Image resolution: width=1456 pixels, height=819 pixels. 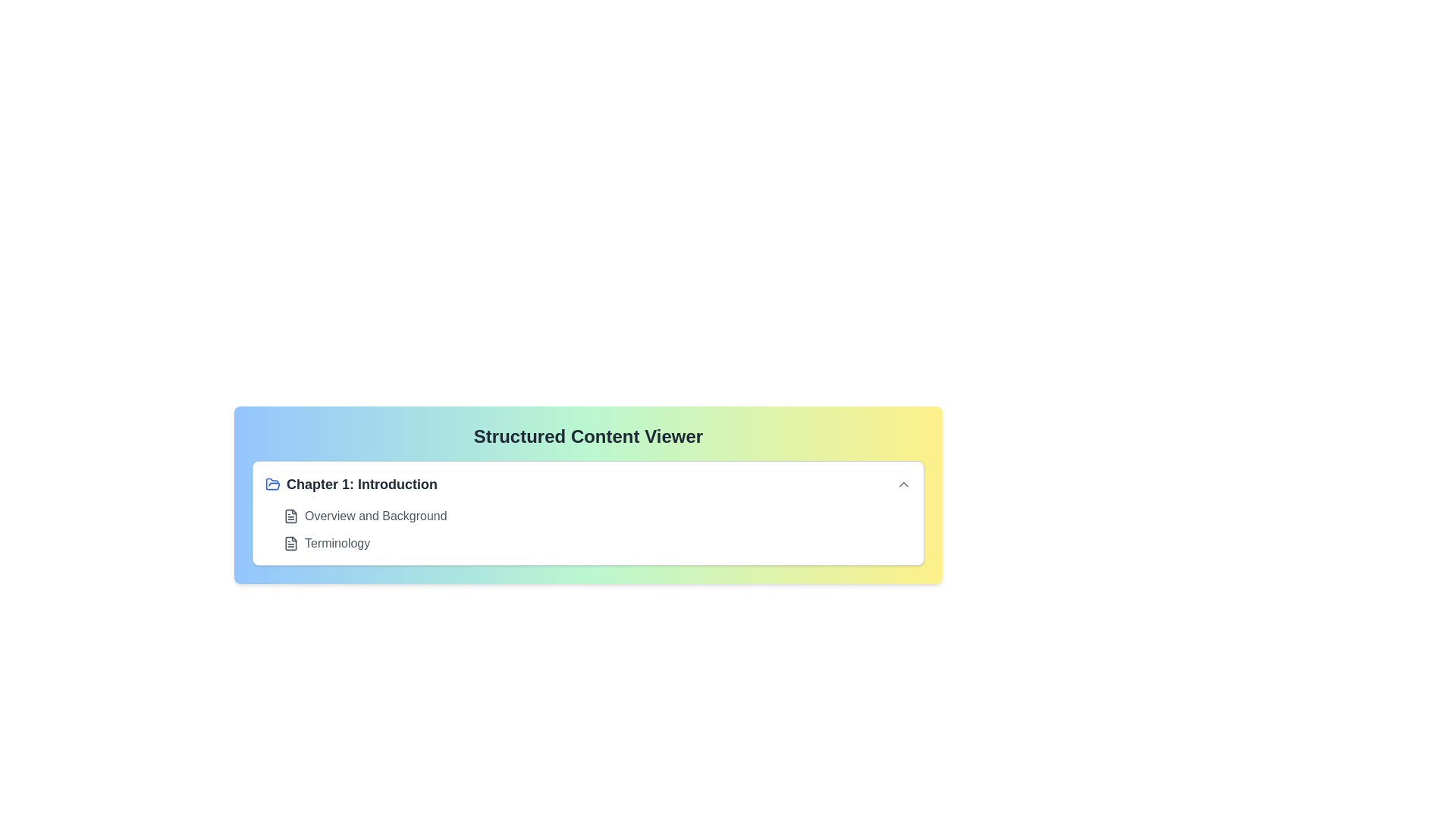 What do you see at coordinates (903, 485) in the screenshot?
I see `the icon on the right-hand side of the 'Chapter 1: Introduction' section heading` at bounding box center [903, 485].